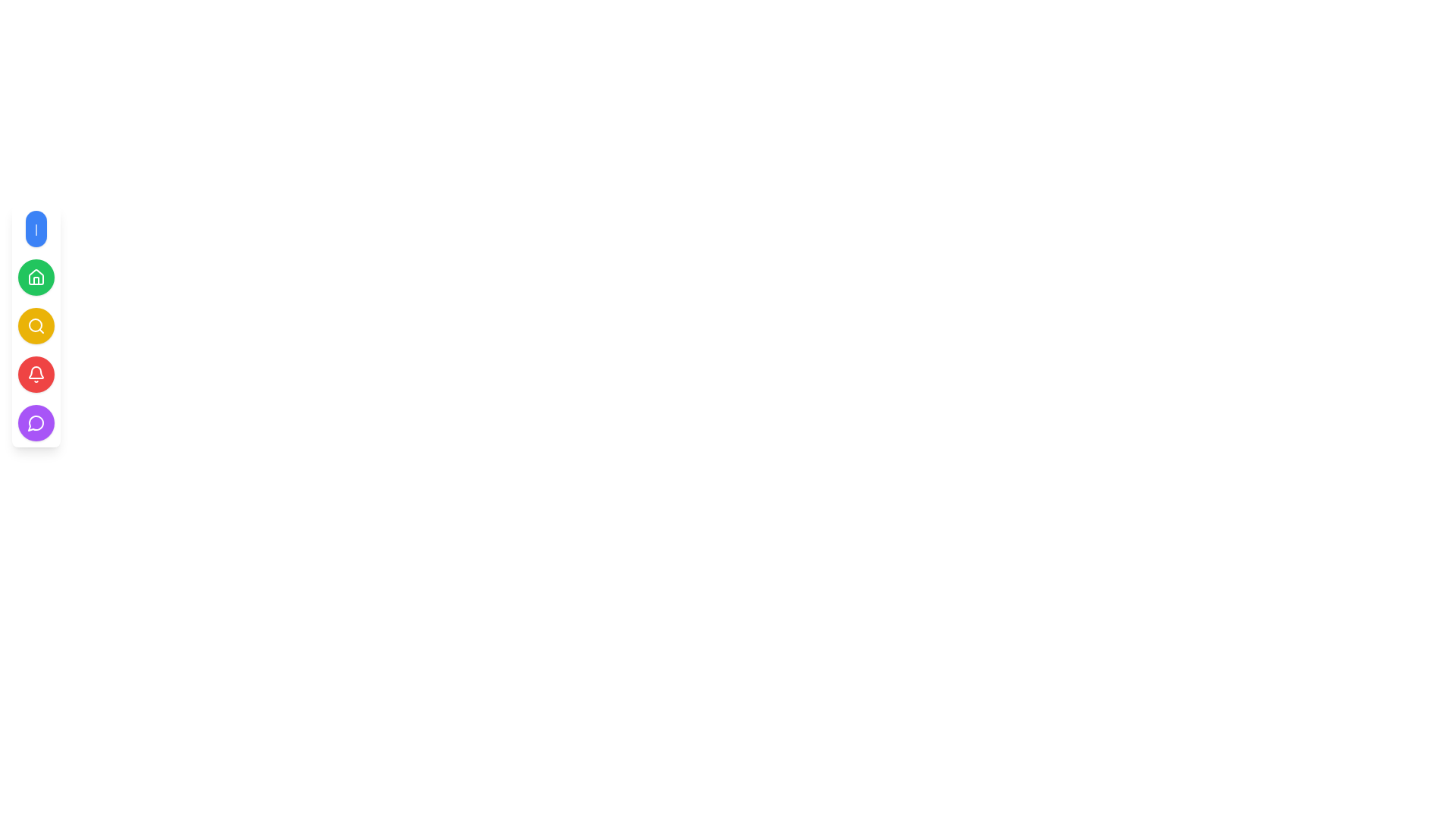  What do you see at coordinates (36, 325) in the screenshot?
I see `the search icon embedded in the third button from the top in the vertical navigation menu on the left` at bounding box center [36, 325].